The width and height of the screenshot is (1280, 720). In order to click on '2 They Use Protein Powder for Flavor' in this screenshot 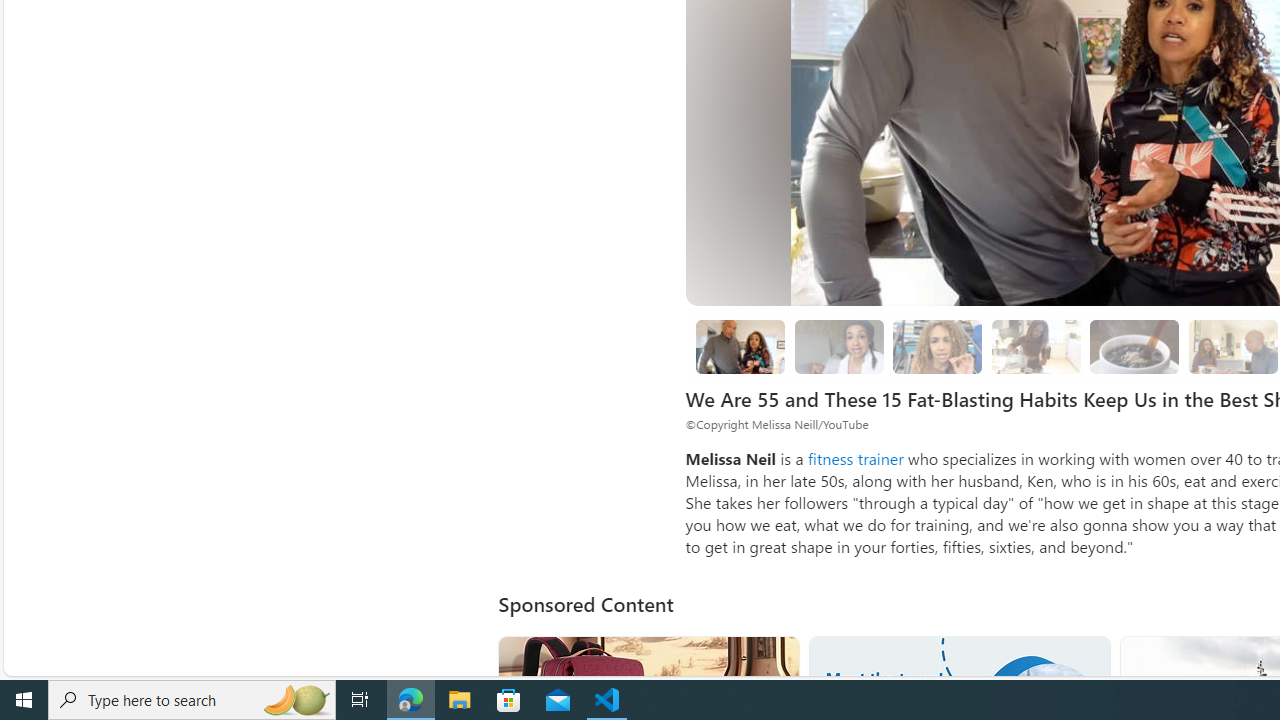, I will do `click(936, 346)`.